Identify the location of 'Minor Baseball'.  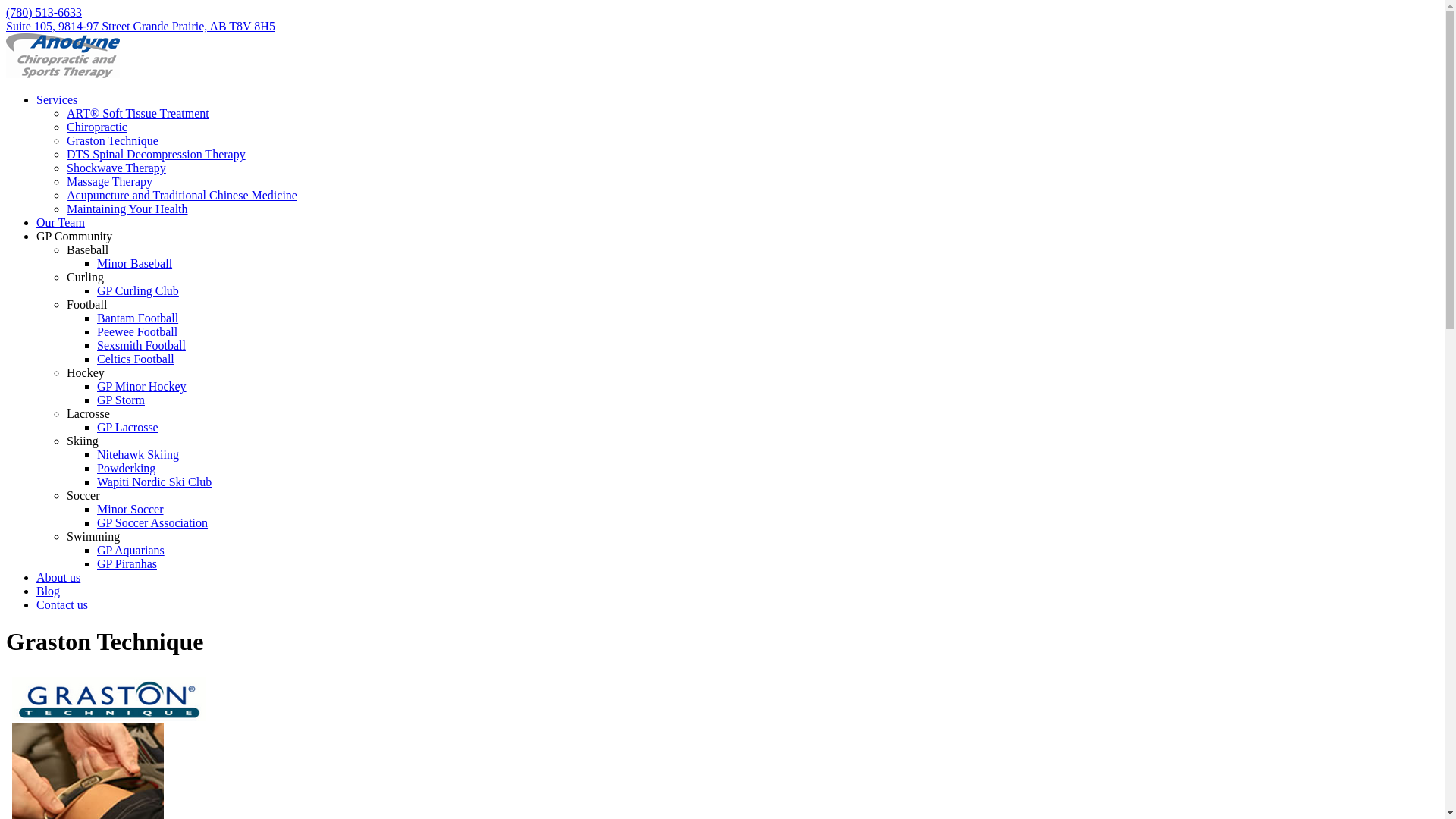
(134, 262).